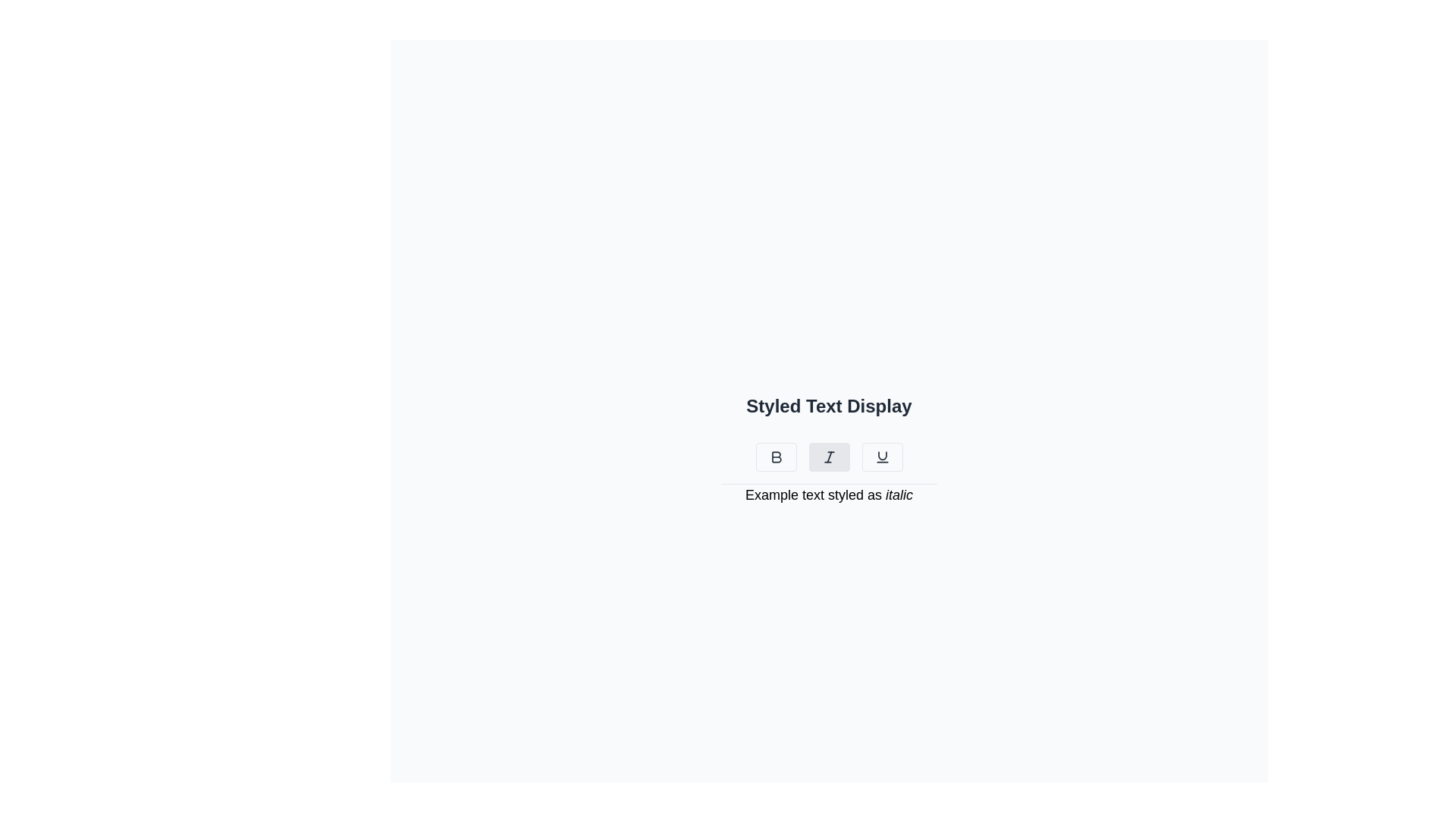  Describe the element at coordinates (882, 456) in the screenshot. I see `the rounded button with an underline icon, which is the third button from the left in the group below the 'Styled Text Display' heading` at that location.